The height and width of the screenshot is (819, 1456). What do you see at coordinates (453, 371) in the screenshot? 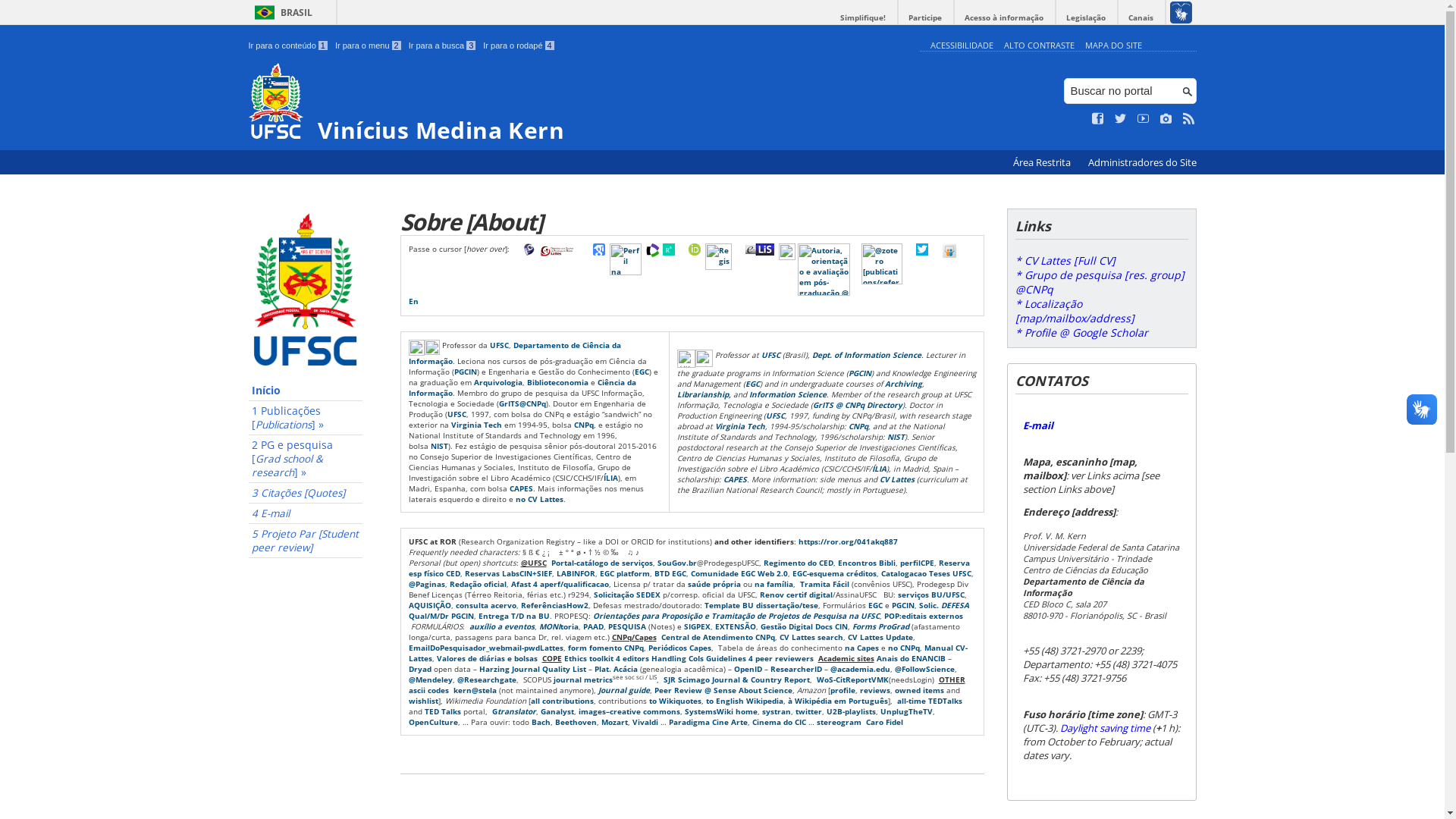
I see `'PGCIN'` at bounding box center [453, 371].